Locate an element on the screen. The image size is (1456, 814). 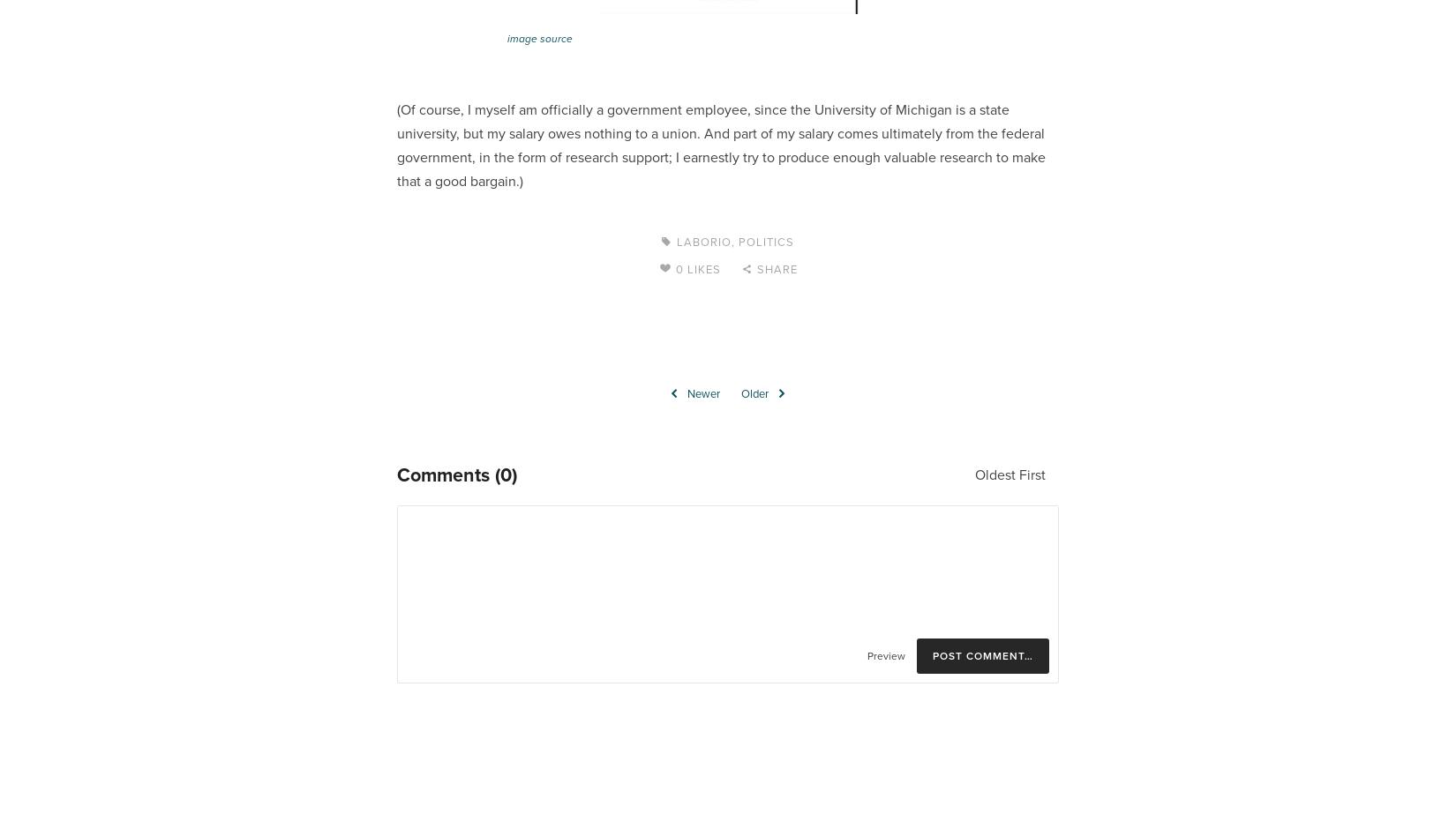
'laborio' is located at coordinates (702, 242).